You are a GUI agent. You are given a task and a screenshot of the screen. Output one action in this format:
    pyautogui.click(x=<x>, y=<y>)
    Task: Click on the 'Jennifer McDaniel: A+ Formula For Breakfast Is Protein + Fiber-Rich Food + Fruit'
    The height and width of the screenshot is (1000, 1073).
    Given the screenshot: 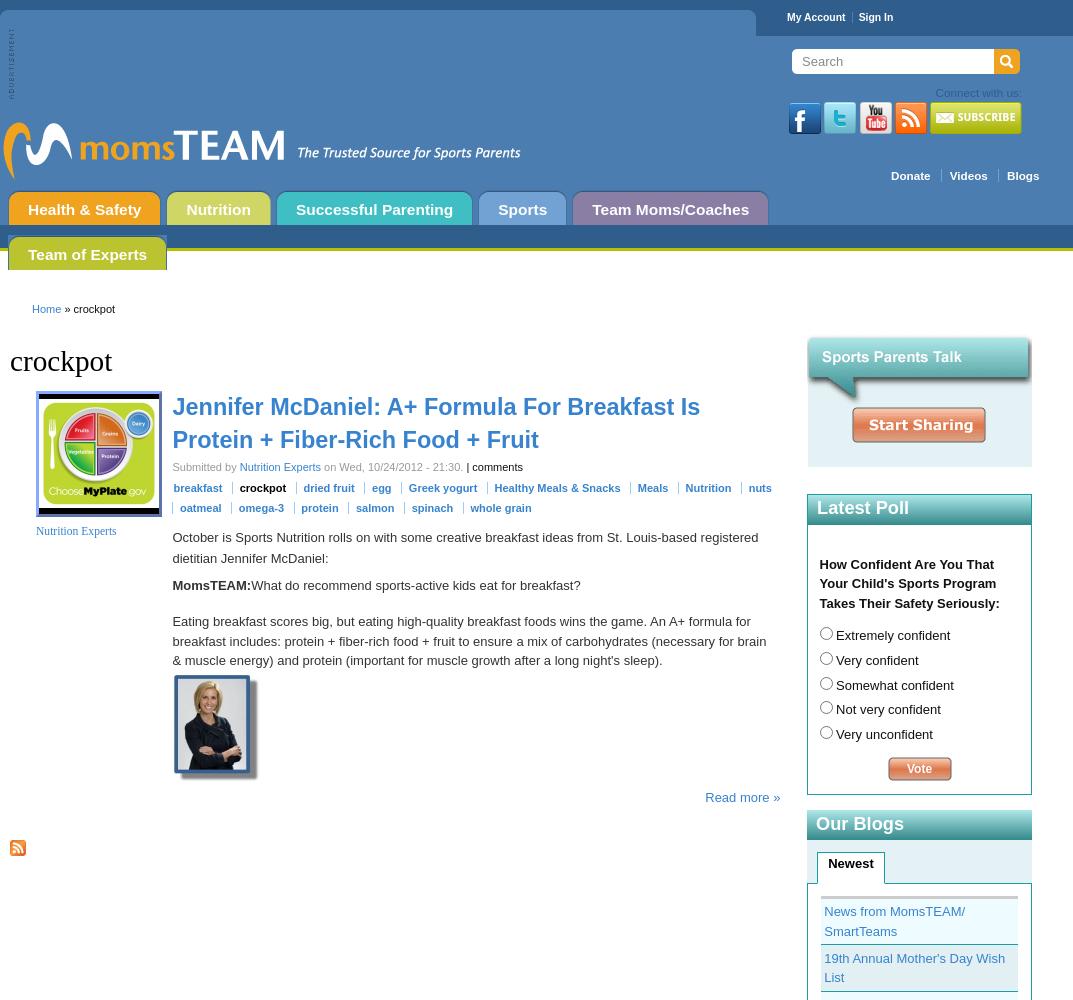 What is the action you would take?
    pyautogui.click(x=435, y=422)
    